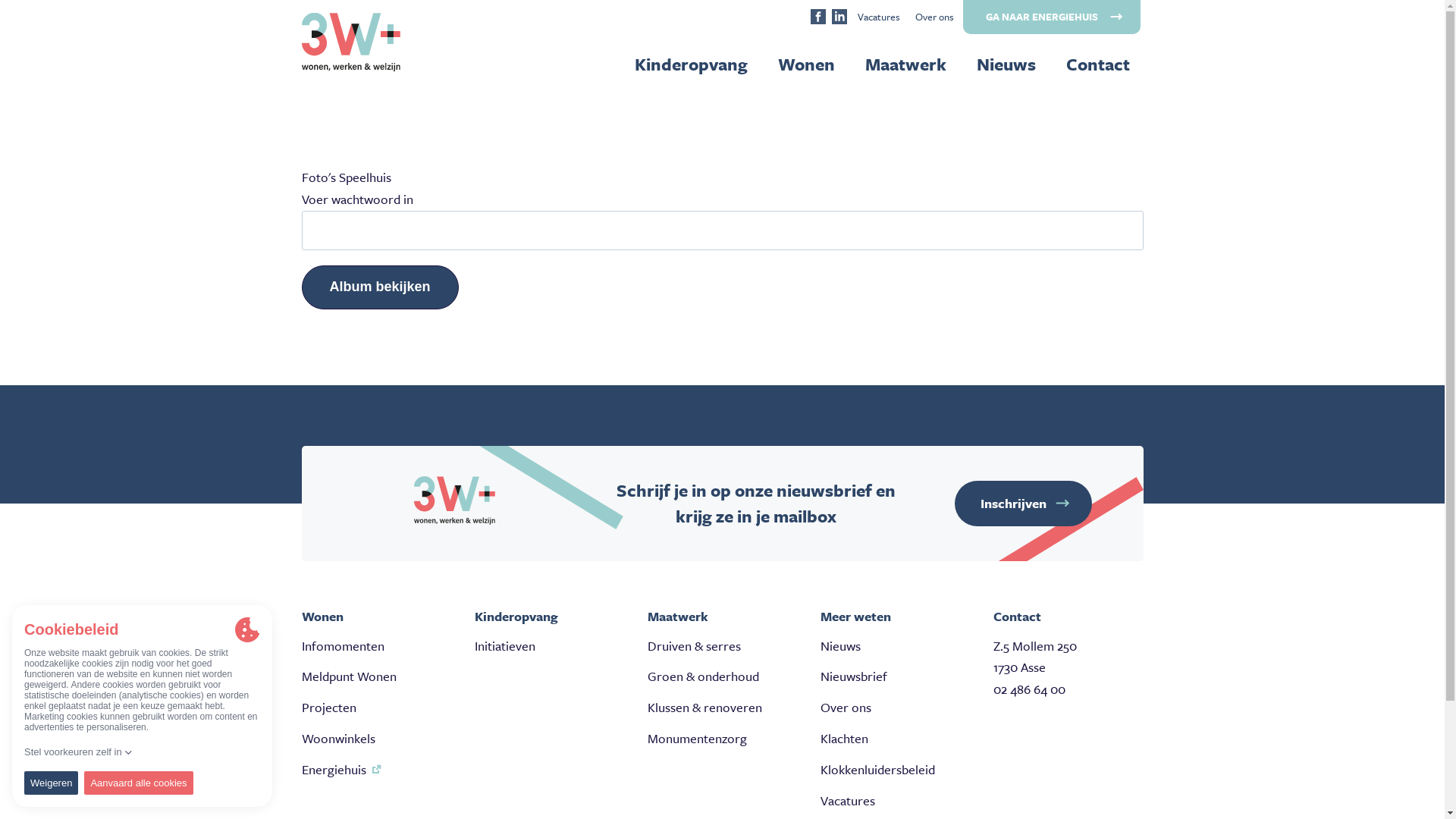  I want to click on 'Initiatieven', so click(505, 645).